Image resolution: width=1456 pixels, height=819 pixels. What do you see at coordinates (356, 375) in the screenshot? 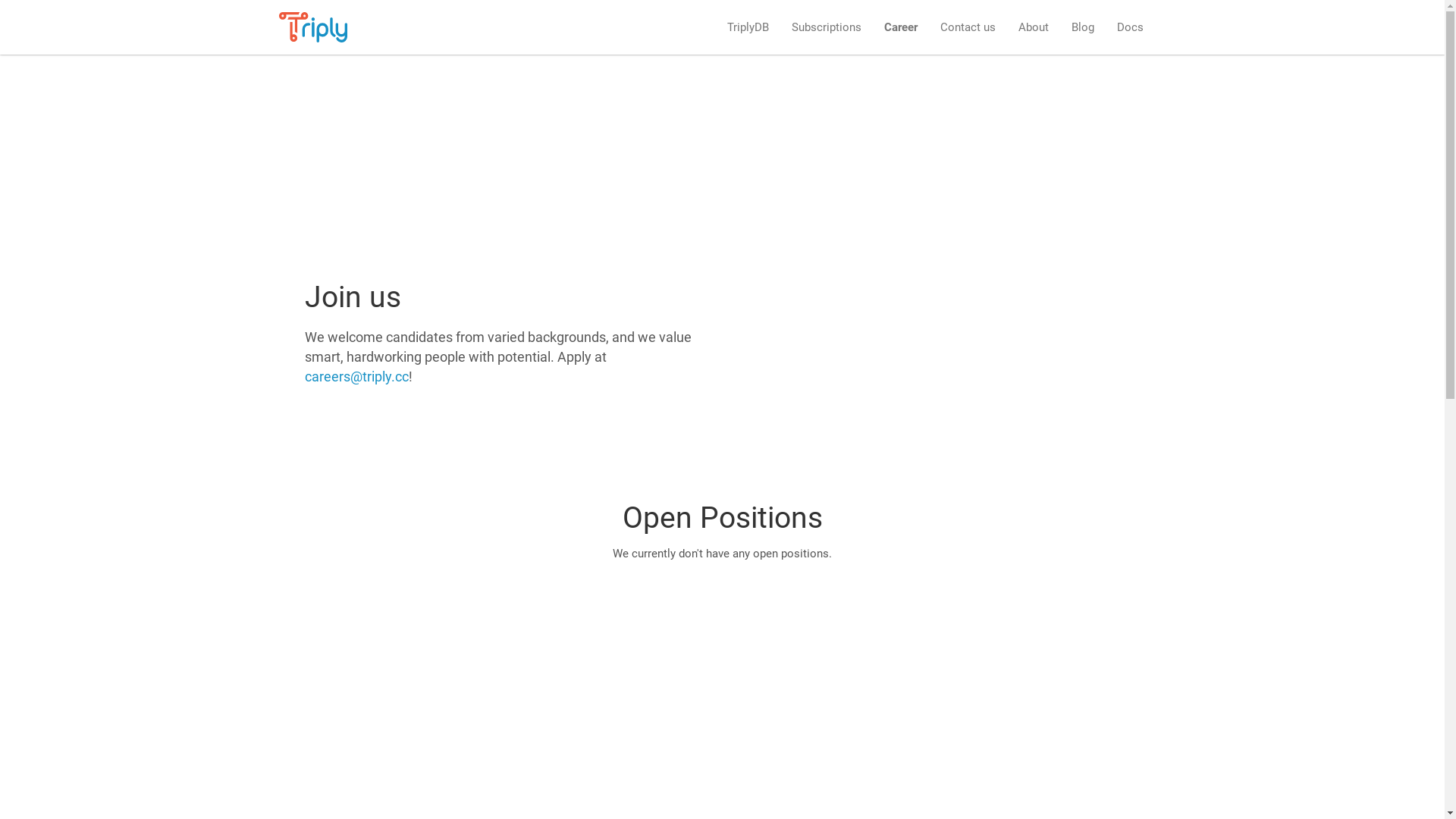
I see `'careers@triply.cc'` at bounding box center [356, 375].